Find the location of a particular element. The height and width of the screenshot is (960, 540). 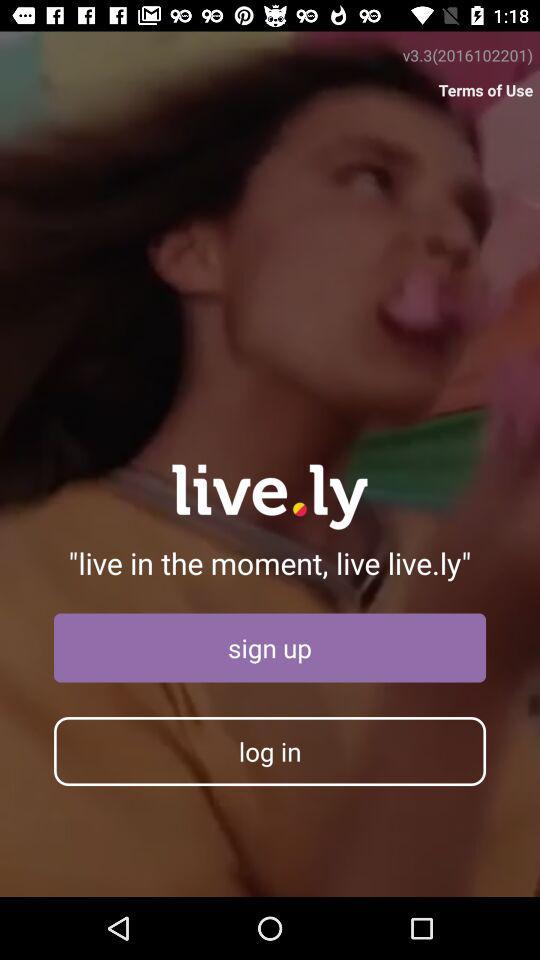

terms of use item is located at coordinates (485, 90).